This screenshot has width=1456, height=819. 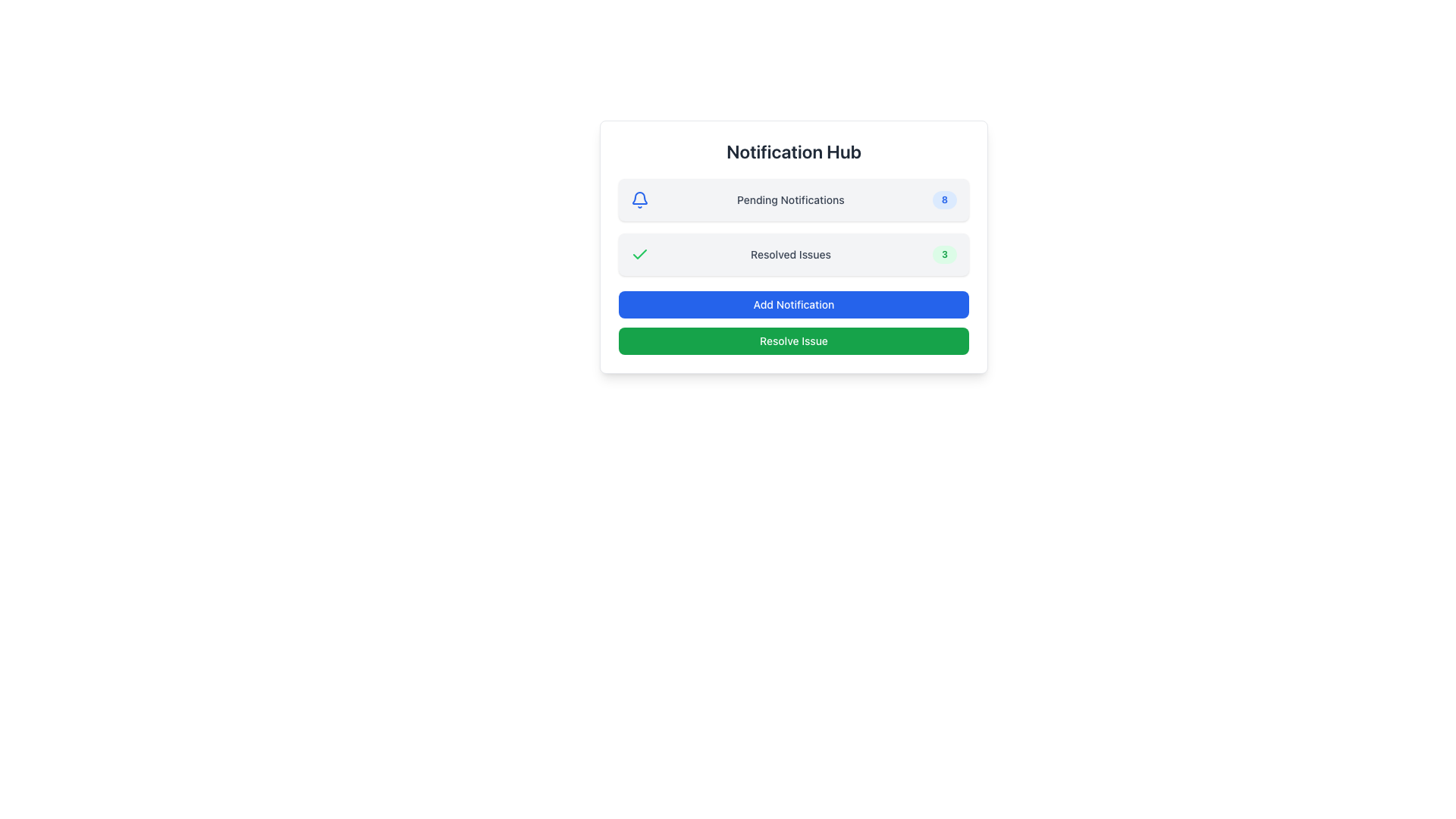 I want to click on the SVG icon element representing pending notifications, which is located to the left of the text describing the notification type and quantity in the 'Pending Notifications' section, so click(x=640, y=199).